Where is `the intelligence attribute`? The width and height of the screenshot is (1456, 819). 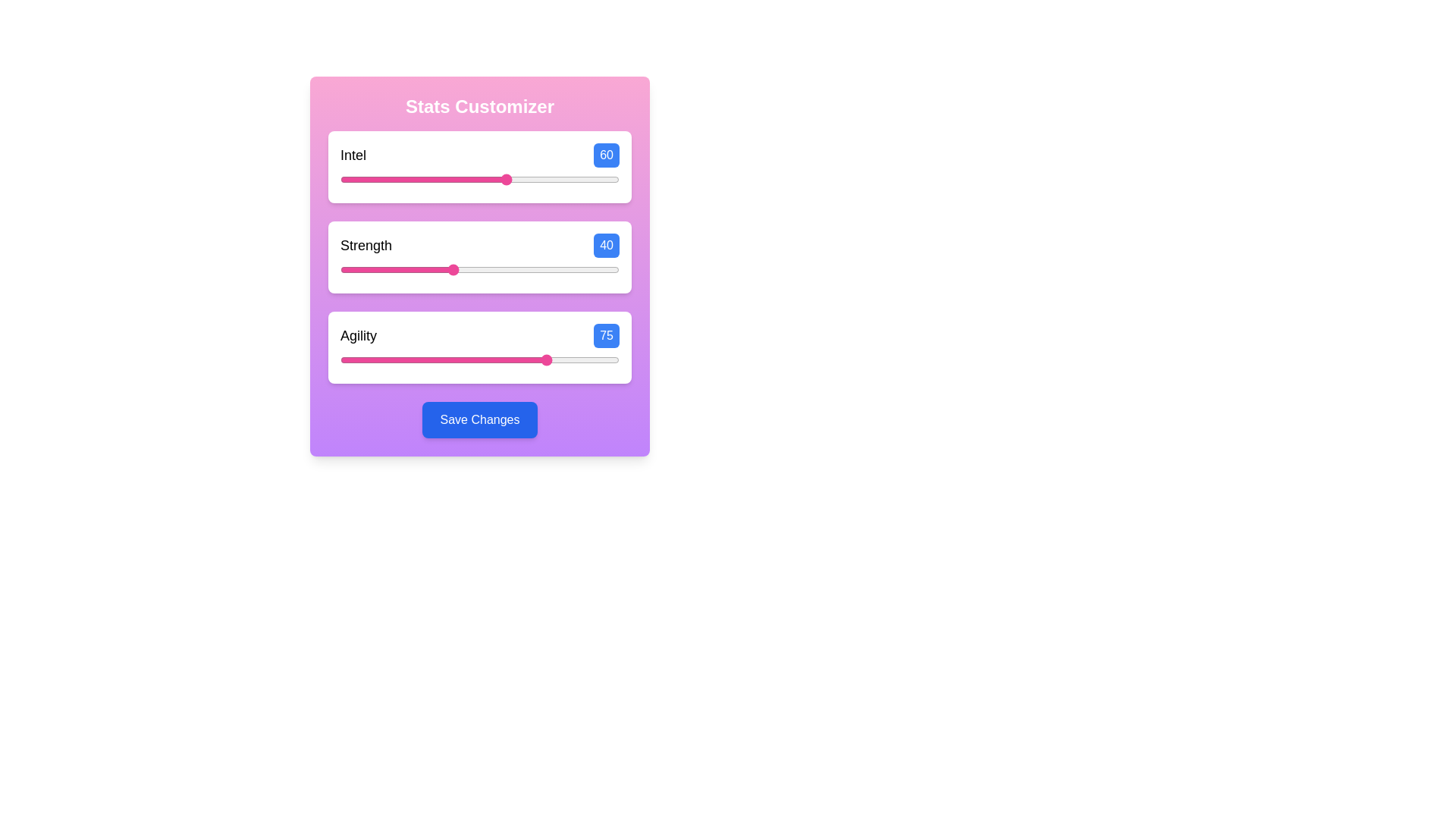
the intelligence attribute is located at coordinates (532, 178).